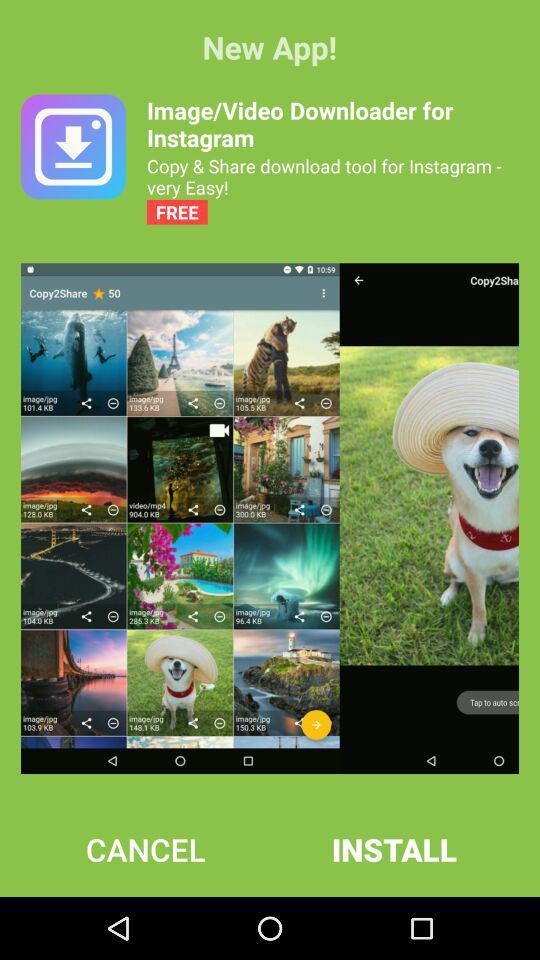  What do you see at coordinates (394, 848) in the screenshot?
I see `item to the right of the cancel` at bounding box center [394, 848].